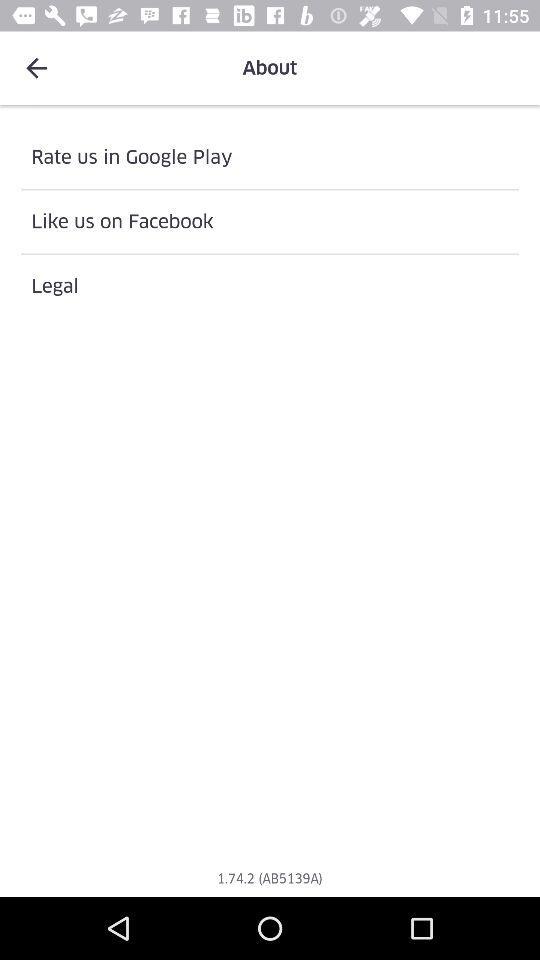  What do you see at coordinates (36, 68) in the screenshot?
I see `icon at the top left corner` at bounding box center [36, 68].